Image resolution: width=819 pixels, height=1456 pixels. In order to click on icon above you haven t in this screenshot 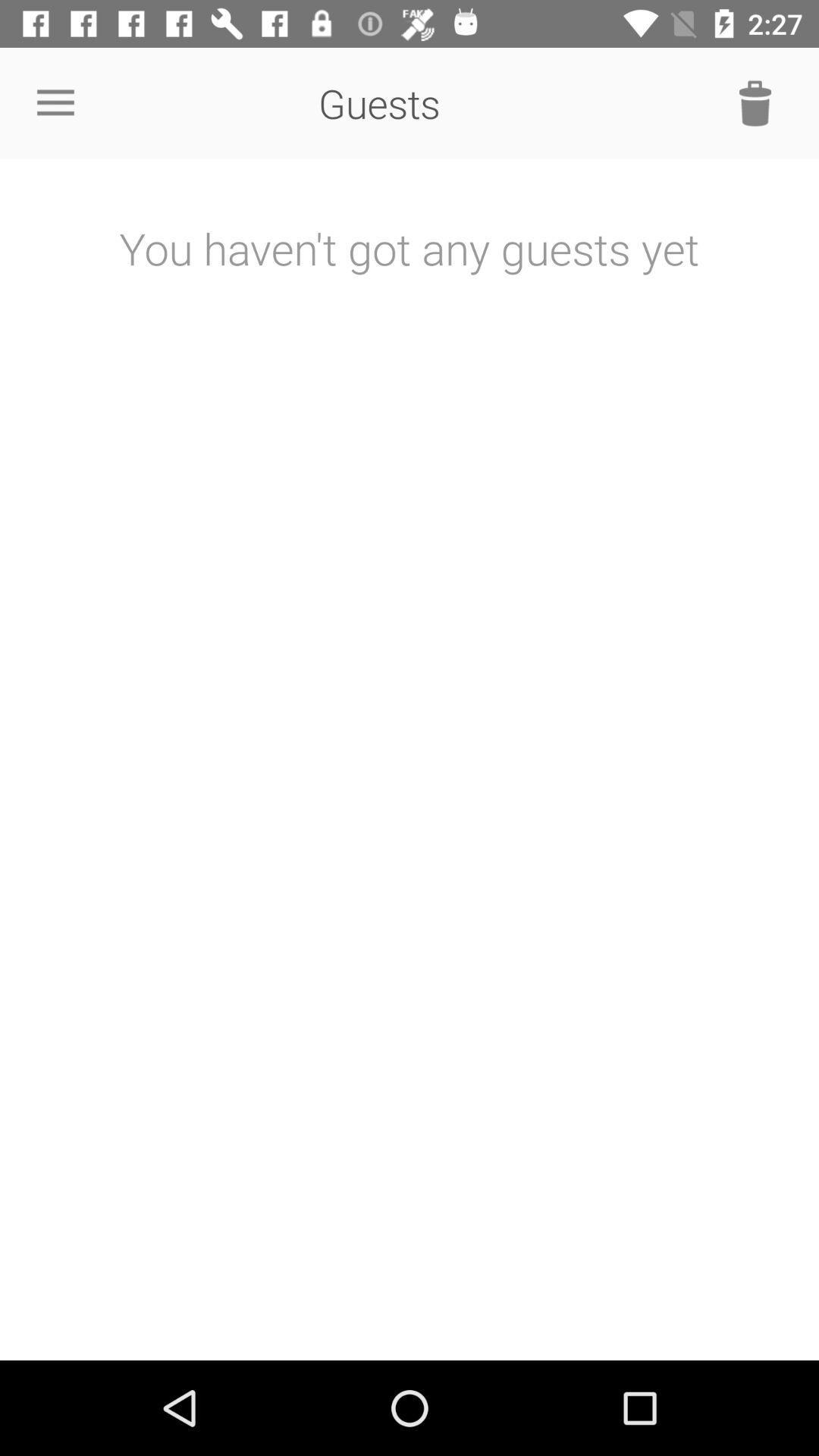, I will do `click(55, 102)`.